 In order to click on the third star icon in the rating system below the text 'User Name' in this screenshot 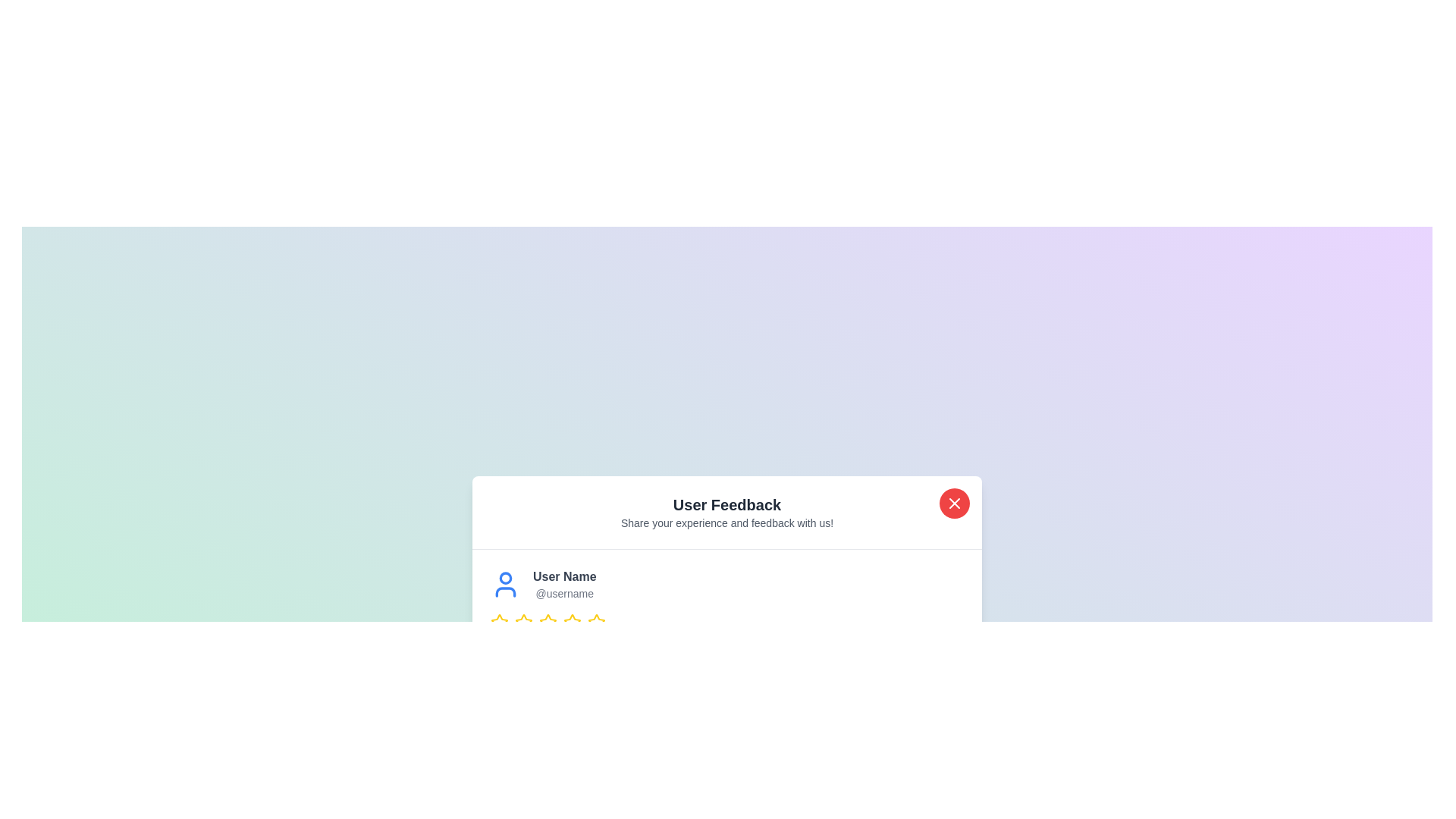, I will do `click(524, 622)`.